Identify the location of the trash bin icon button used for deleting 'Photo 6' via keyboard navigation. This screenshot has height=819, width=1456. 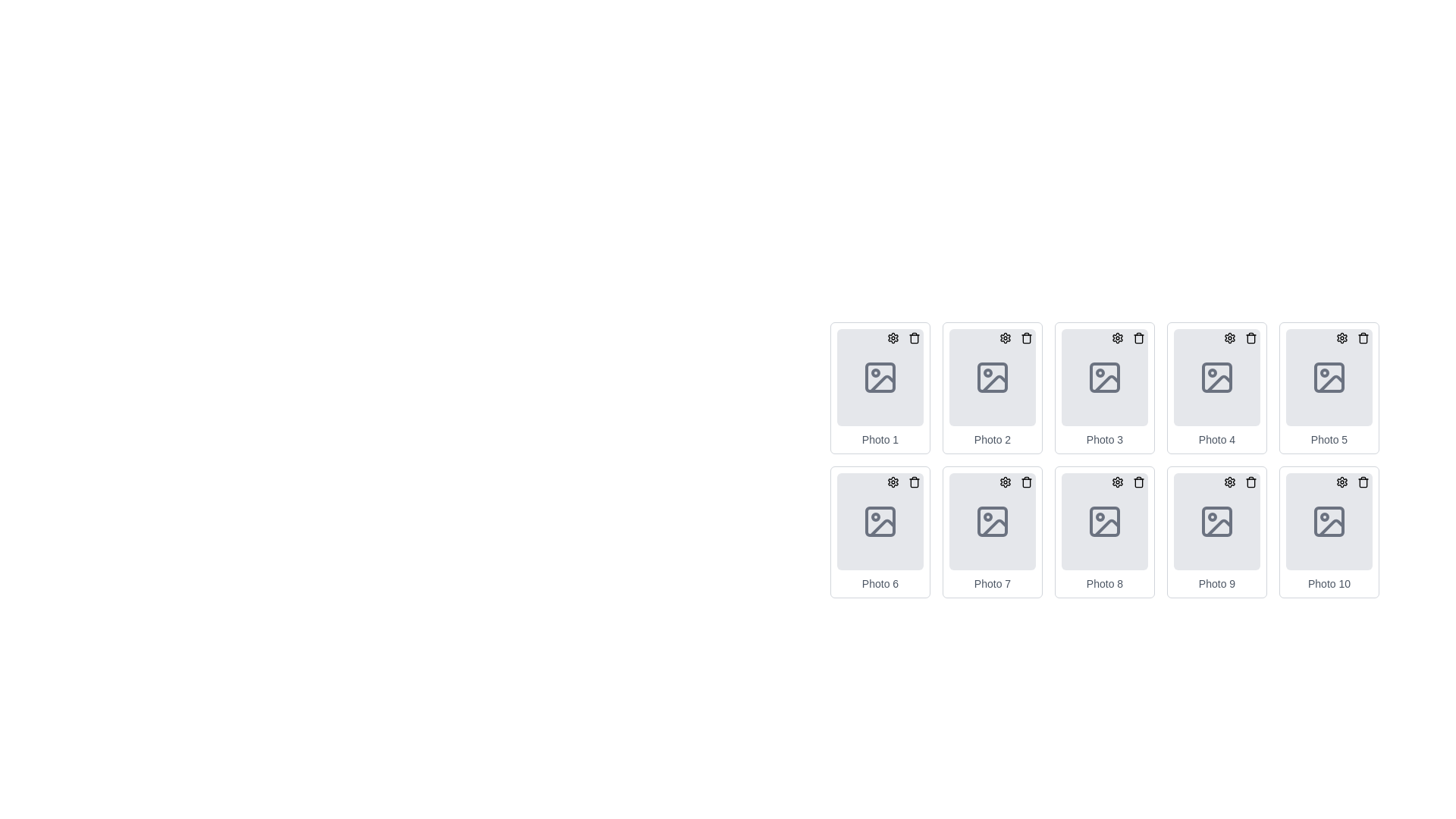
(913, 482).